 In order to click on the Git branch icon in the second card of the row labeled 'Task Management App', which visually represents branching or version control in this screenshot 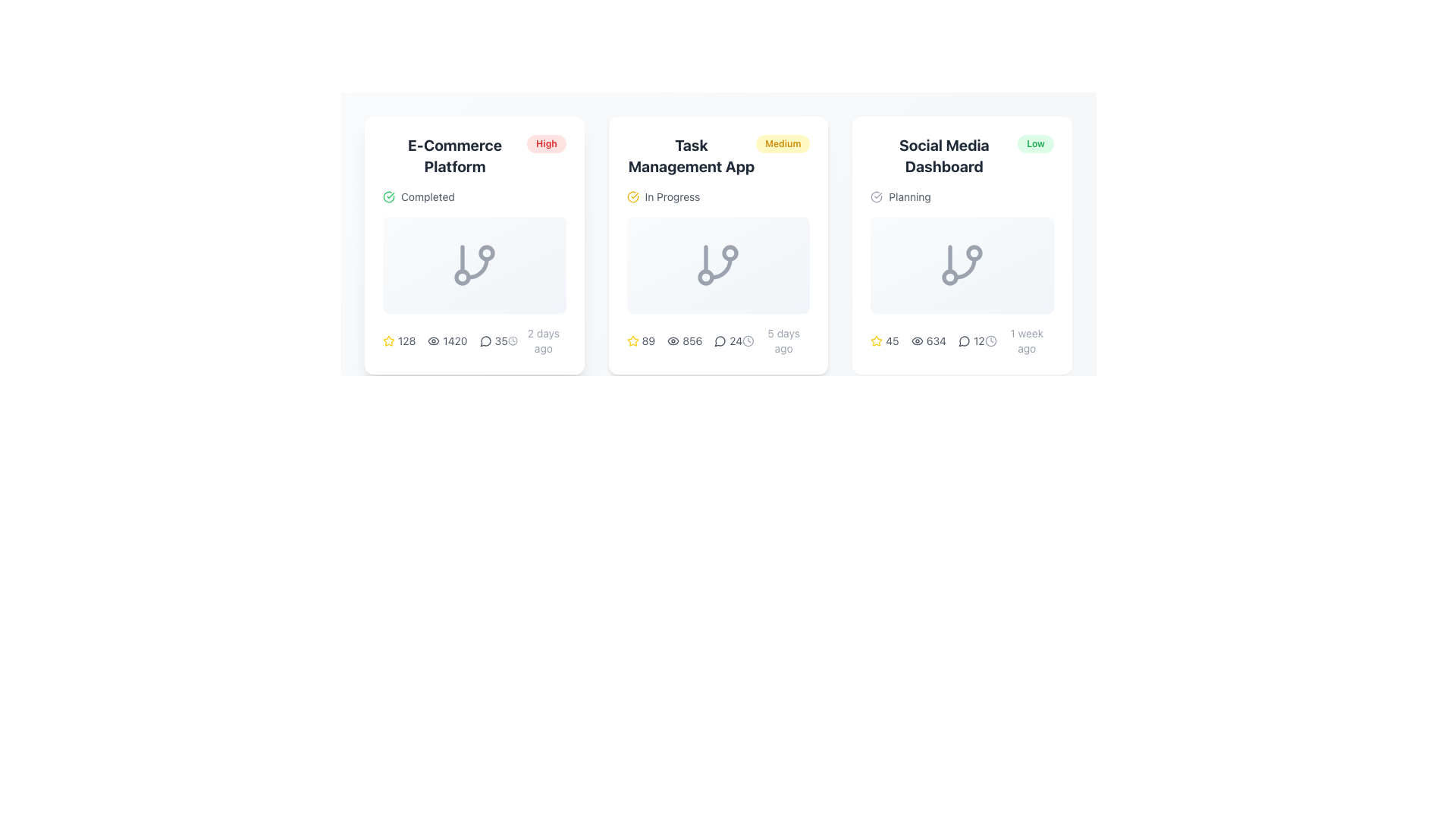, I will do `click(717, 265)`.